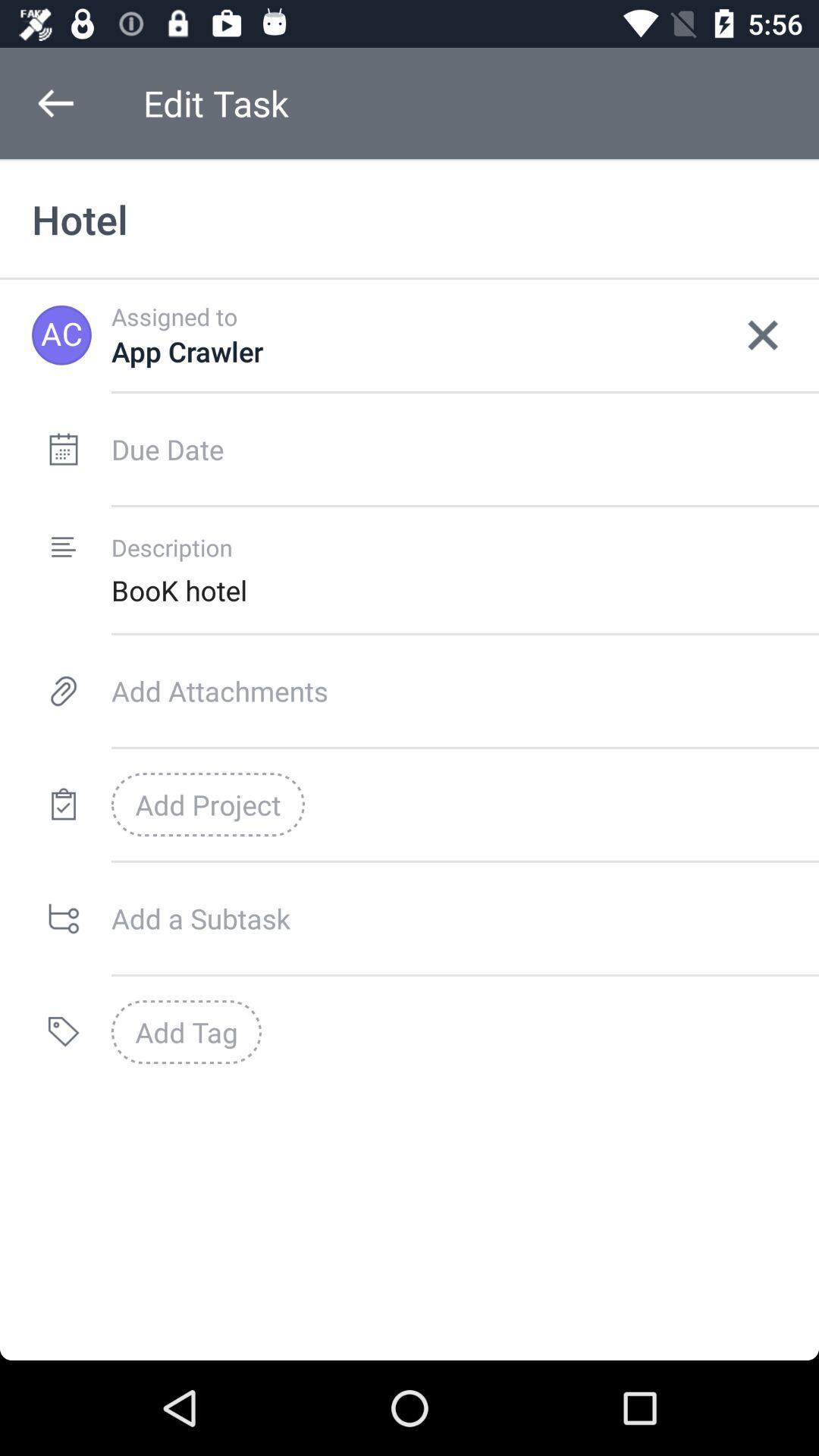 This screenshot has width=819, height=1456. What do you see at coordinates (55, 102) in the screenshot?
I see `icon above hotel icon` at bounding box center [55, 102].